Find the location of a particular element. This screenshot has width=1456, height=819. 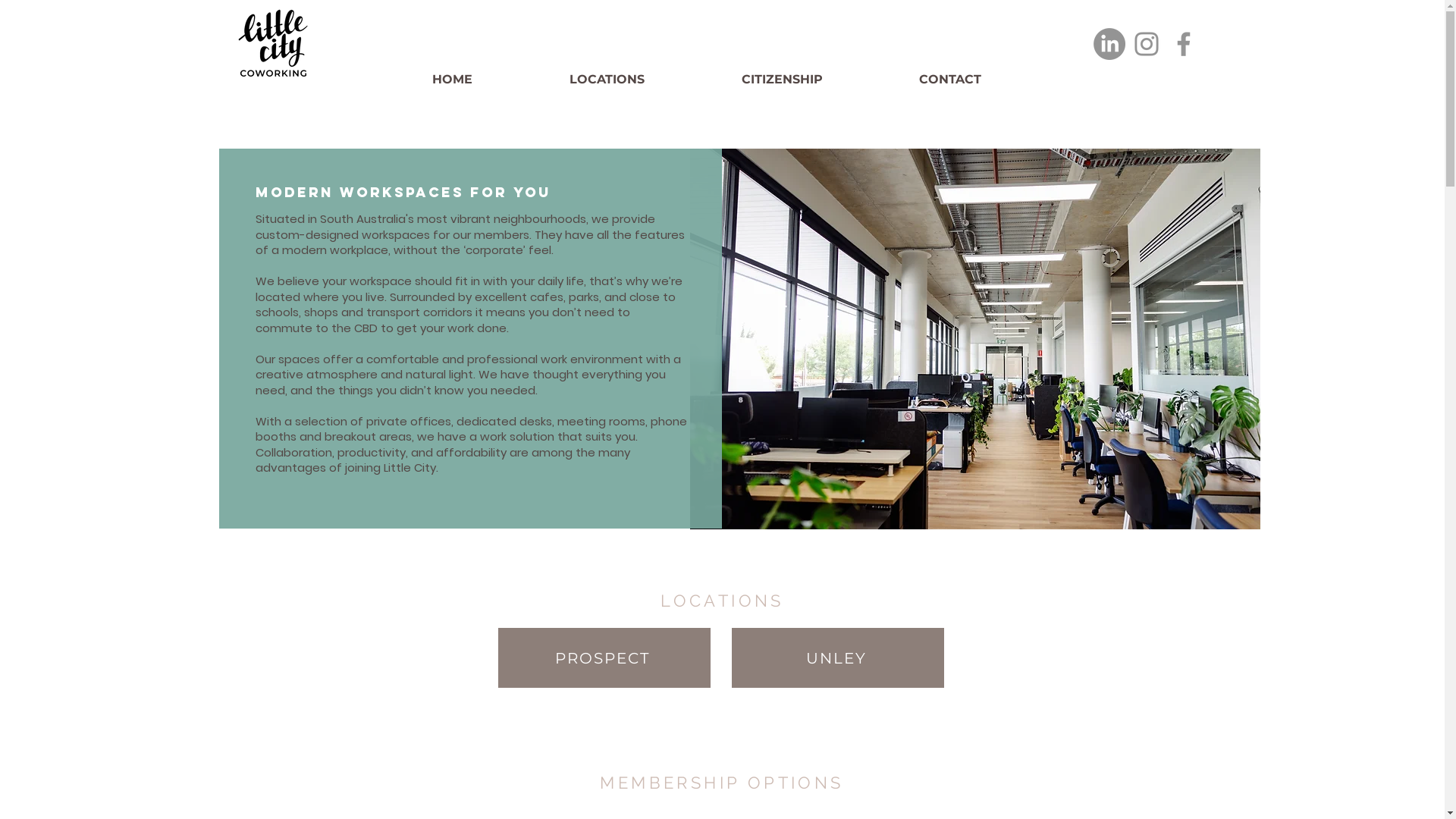

'UNLEY' is located at coordinates (836, 657).